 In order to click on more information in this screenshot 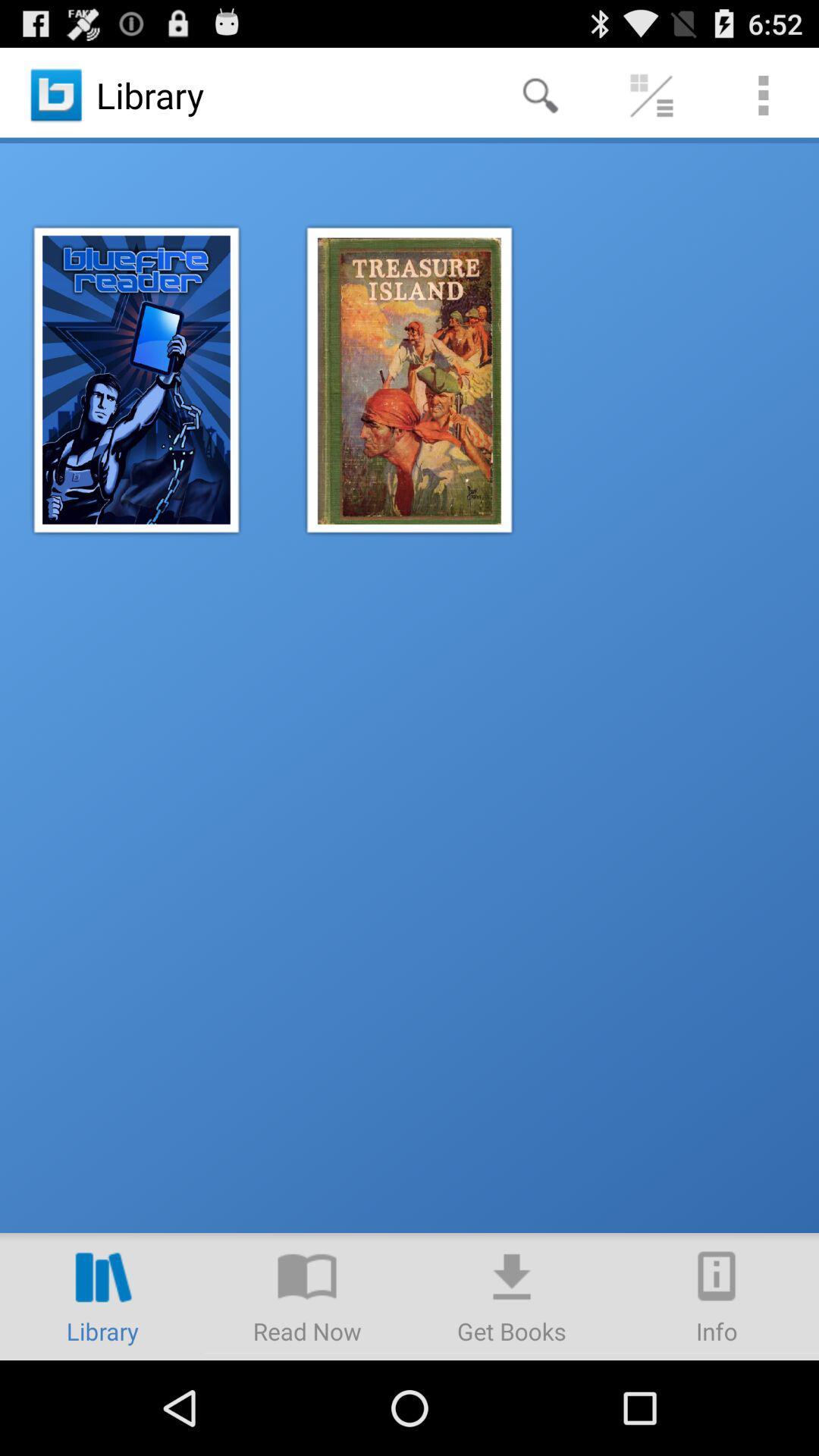, I will do `click(717, 1295)`.